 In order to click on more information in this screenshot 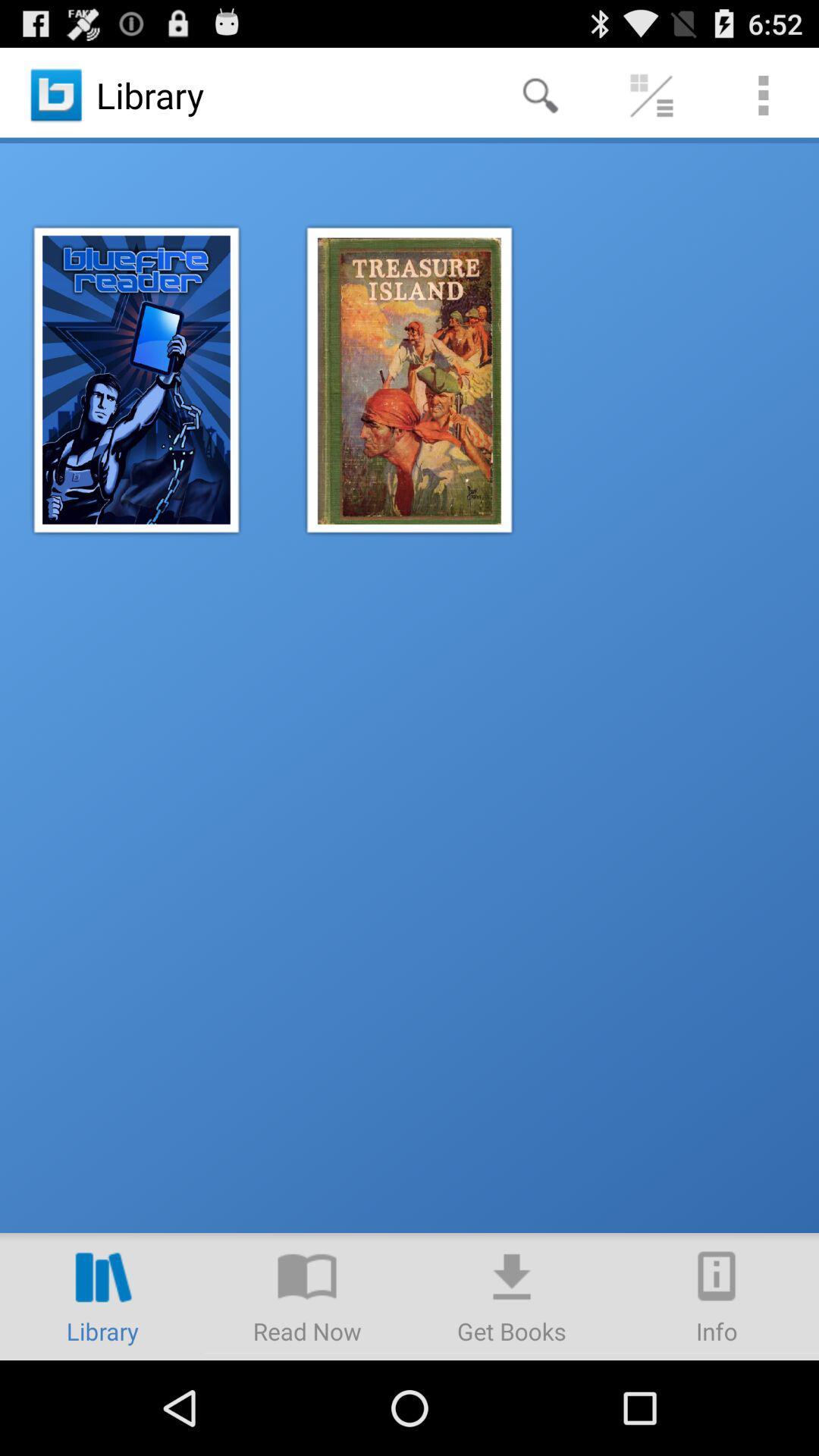, I will do `click(717, 1295)`.